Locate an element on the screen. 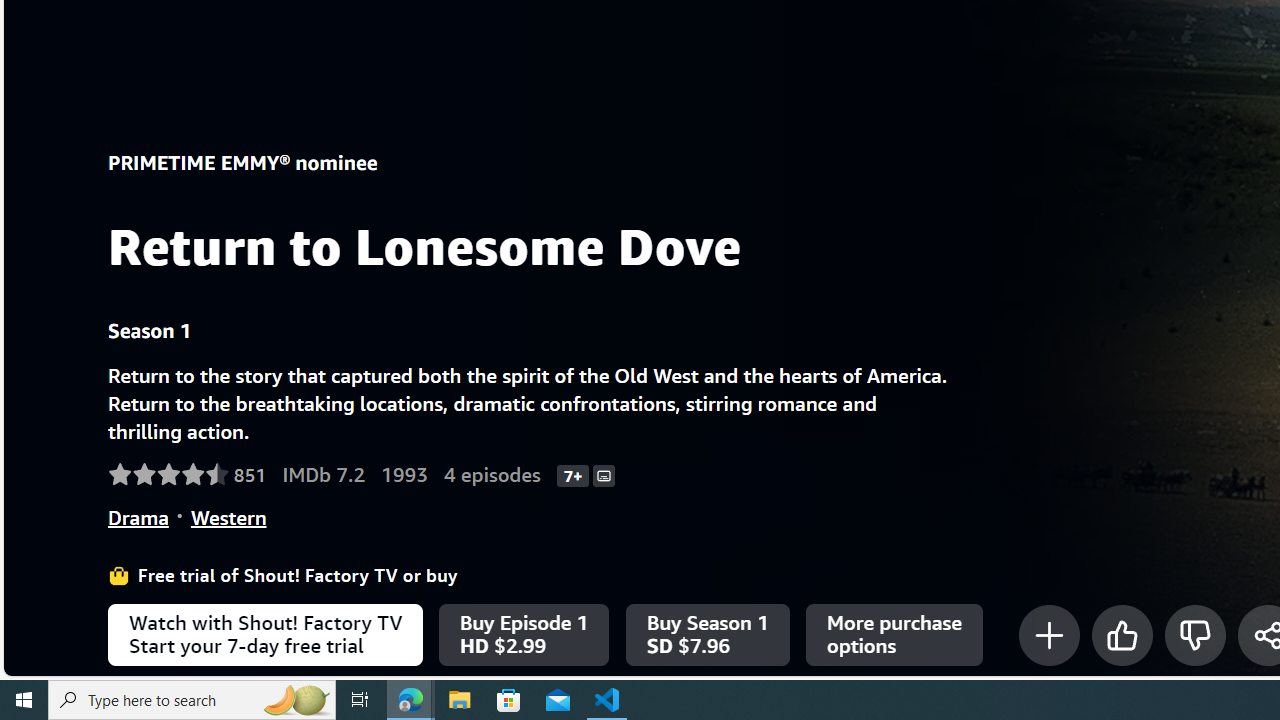 This screenshot has height=720, width=1280. 'Buy Season 1 SD $7.96' is located at coordinates (707, 635).